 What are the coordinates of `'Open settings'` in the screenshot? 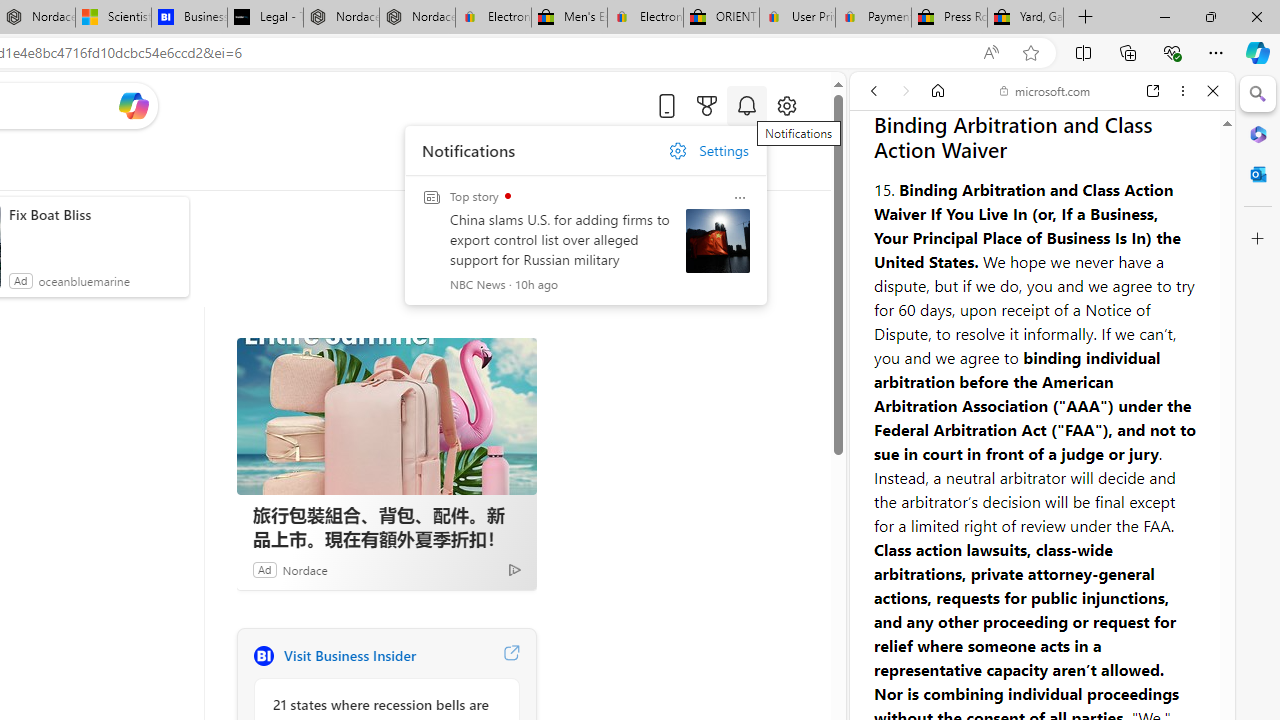 It's located at (785, 105).